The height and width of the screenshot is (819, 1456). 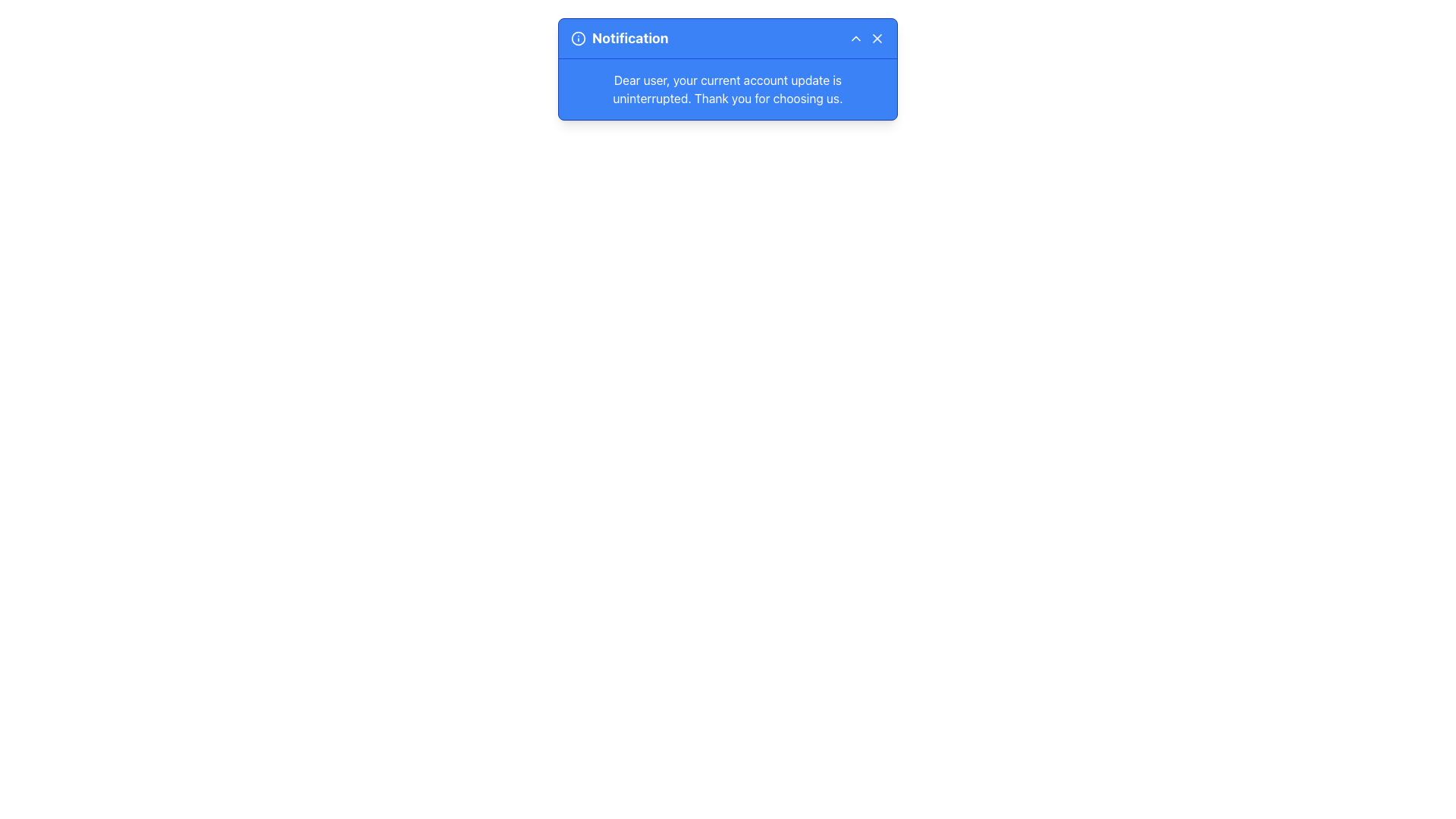 I want to click on the informational text block located within the notification panel, positioned below the notification title 'Notification', so click(x=728, y=89).